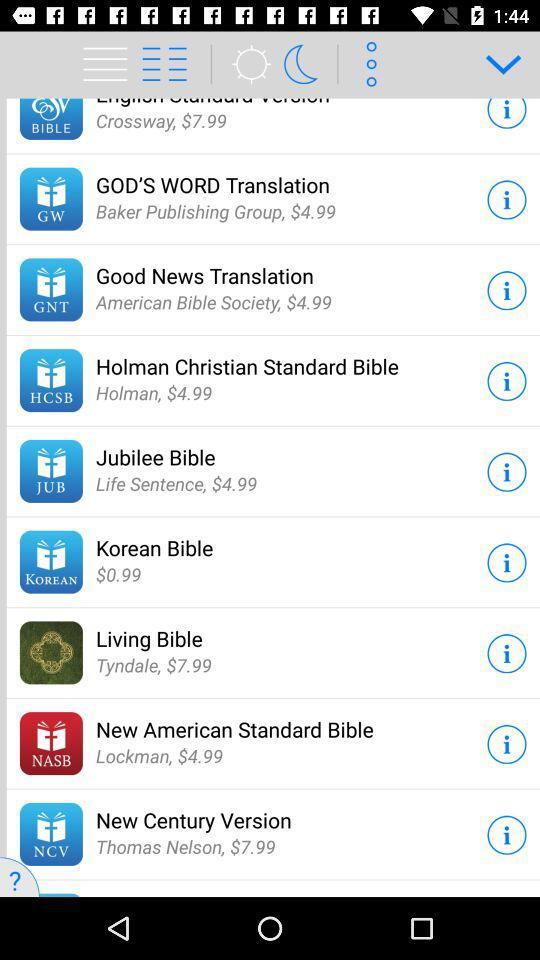  Describe the element at coordinates (98, 51) in the screenshot. I see `the menu icon` at that location.